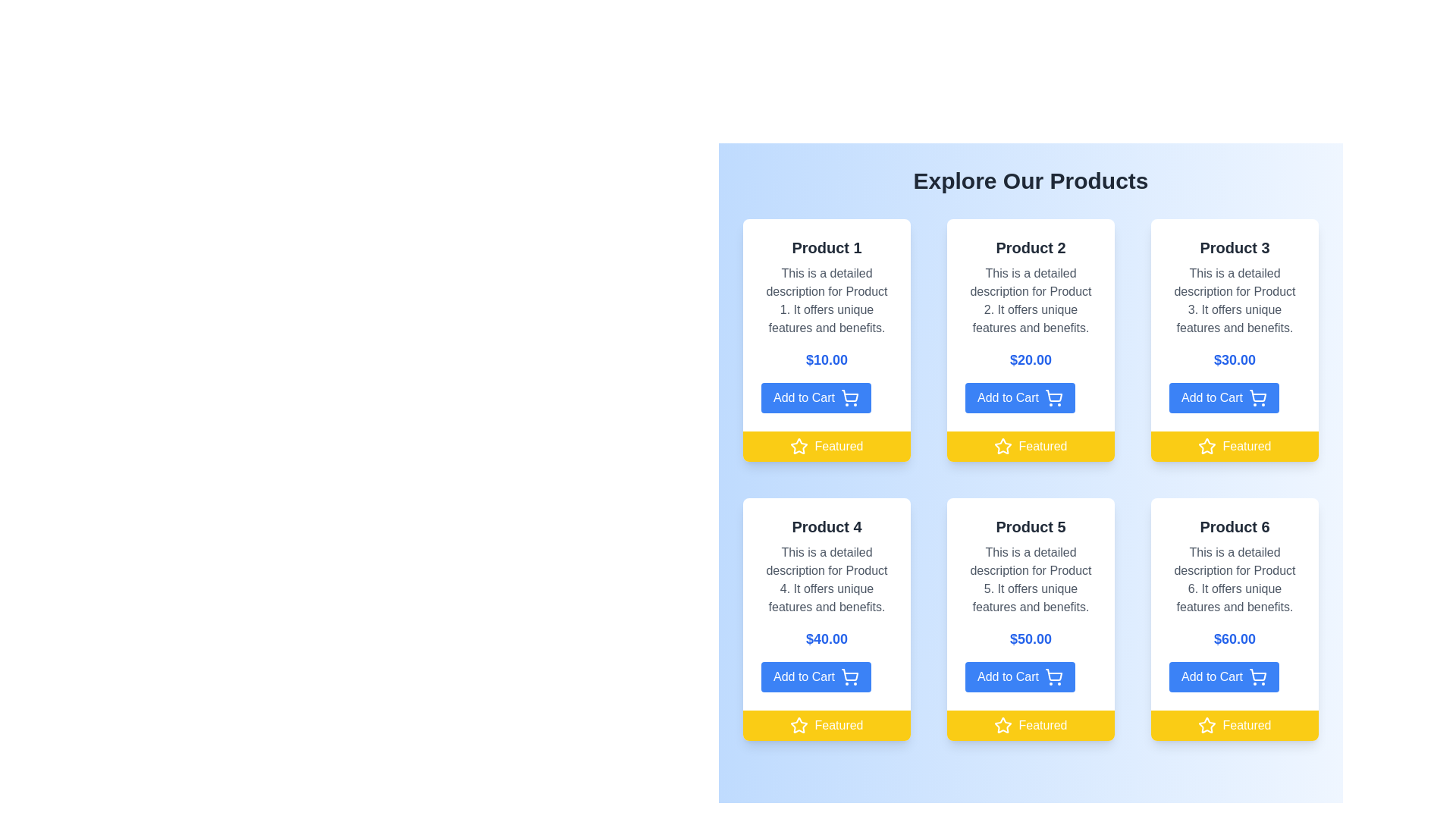 This screenshot has width=1456, height=819. What do you see at coordinates (1031, 526) in the screenshot?
I see `the Text label that serves as a heading for the product name, located centrally in the second row of the grid layout within the card` at bounding box center [1031, 526].